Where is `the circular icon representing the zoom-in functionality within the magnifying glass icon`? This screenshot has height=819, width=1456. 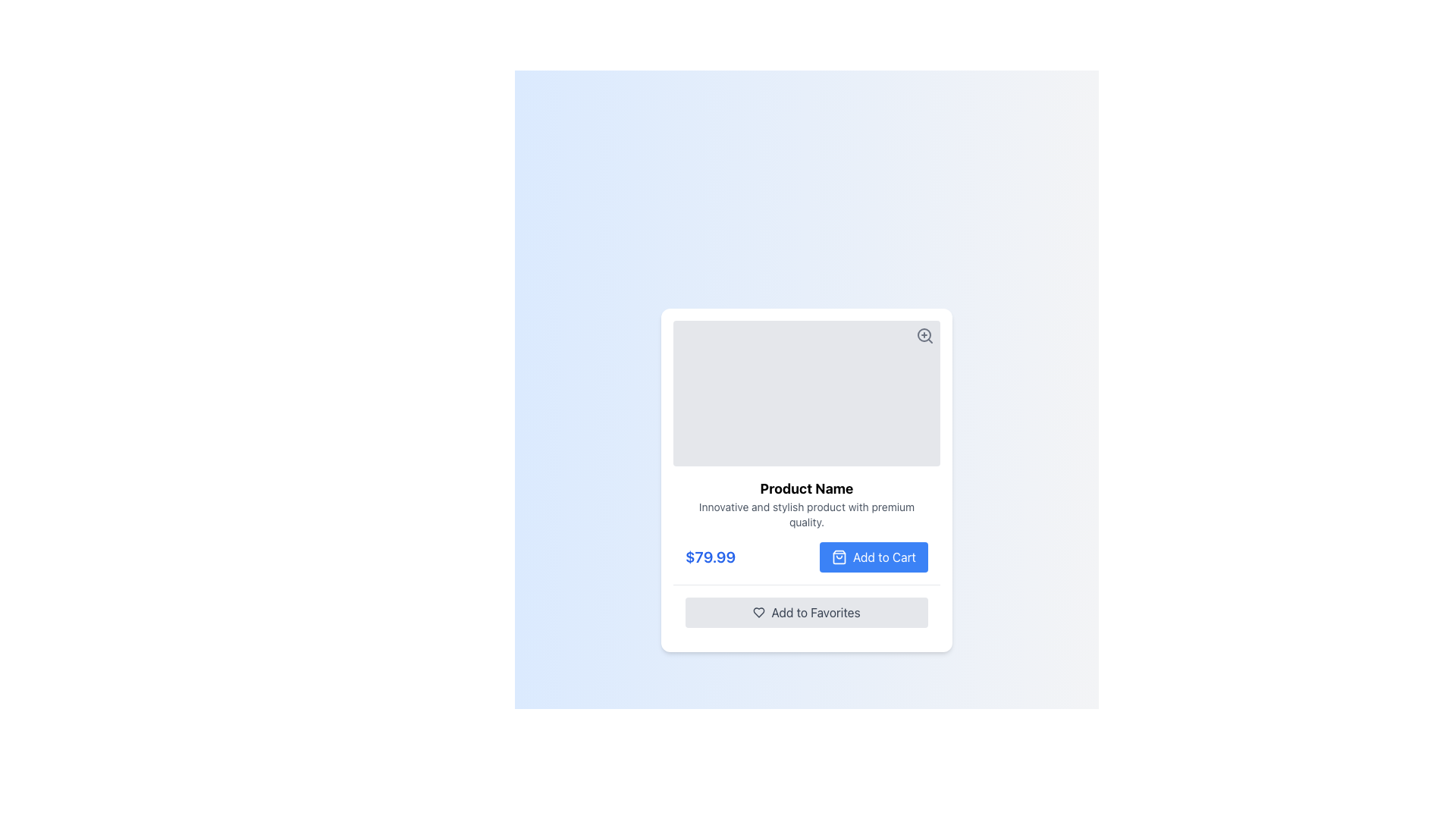 the circular icon representing the zoom-in functionality within the magnifying glass icon is located at coordinates (924, 334).